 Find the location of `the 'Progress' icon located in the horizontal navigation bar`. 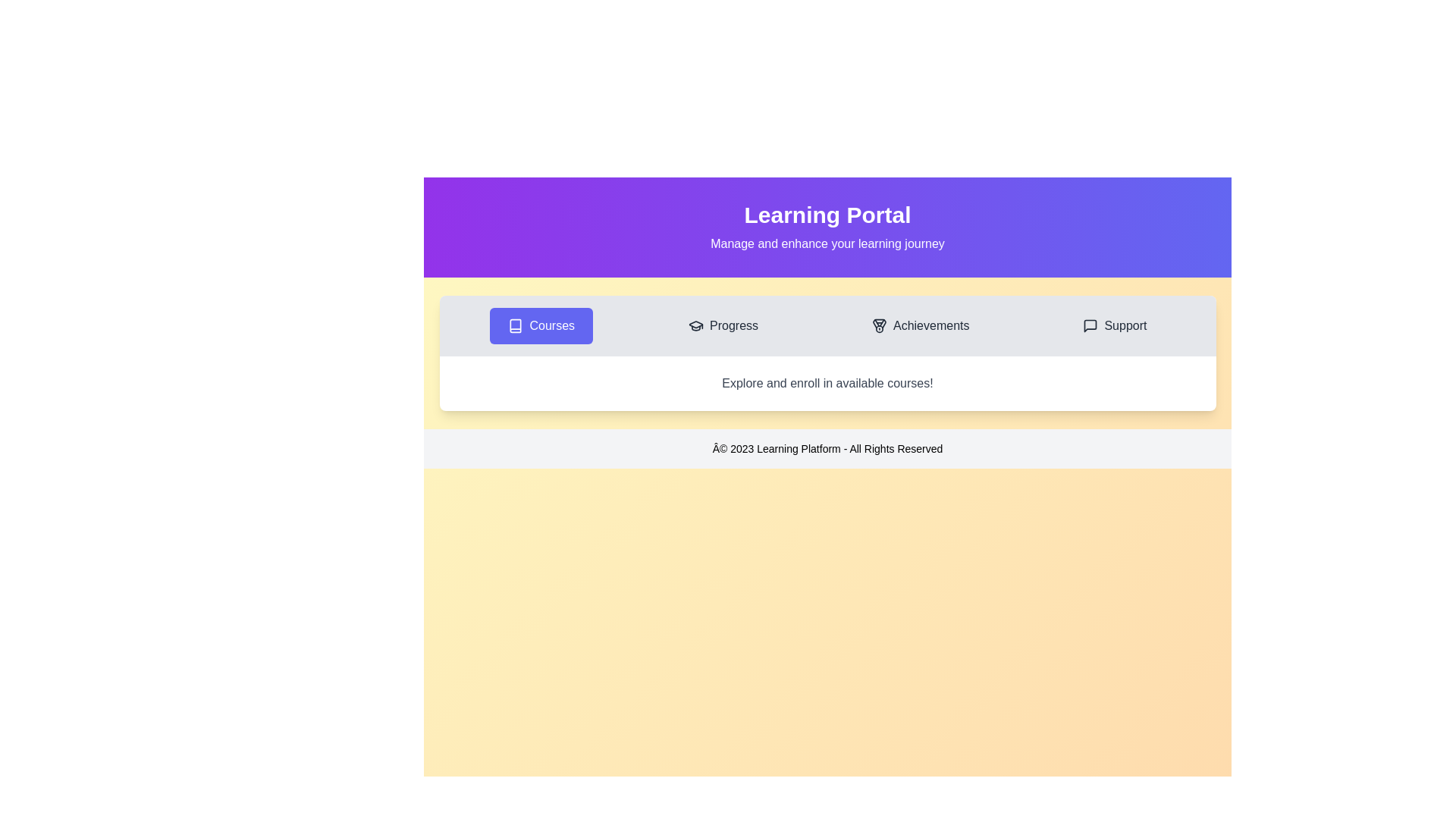

the 'Progress' icon located in the horizontal navigation bar is located at coordinates (695, 325).